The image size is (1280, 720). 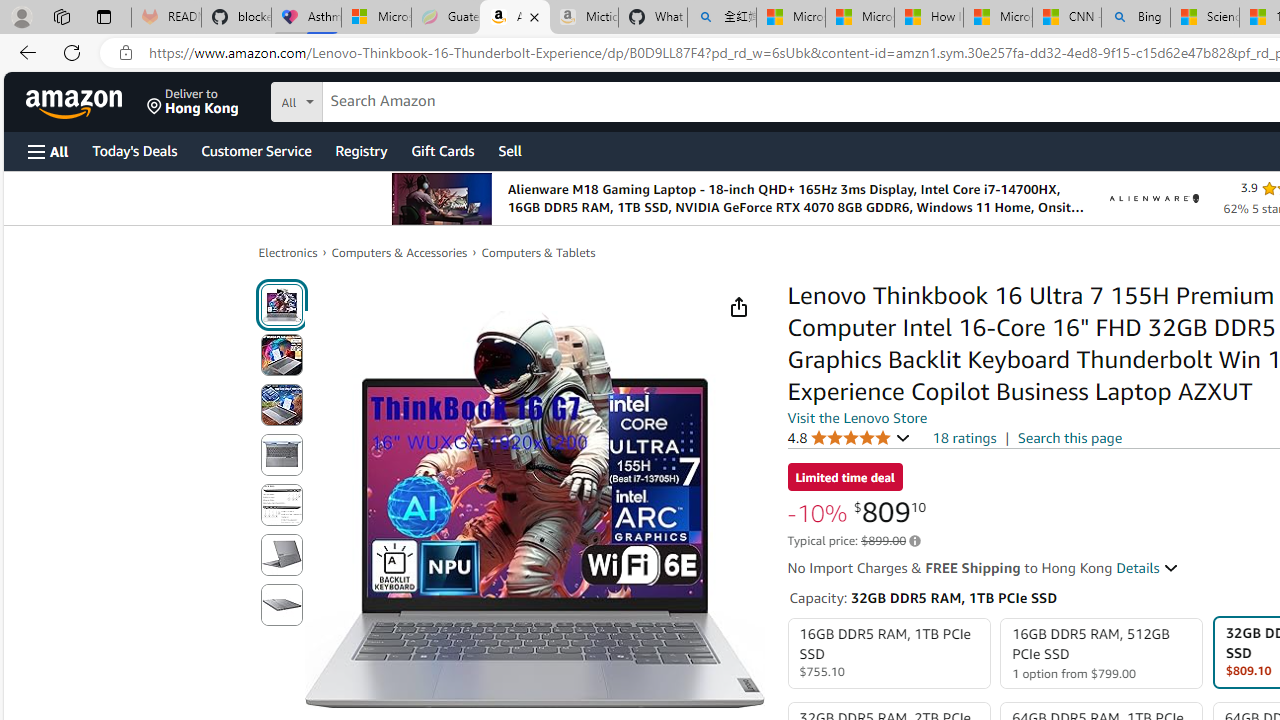 What do you see at coordinates (538, 252) in the screenshot?
I see `'Computers & Tablets'` at bounding box center [538, 252].